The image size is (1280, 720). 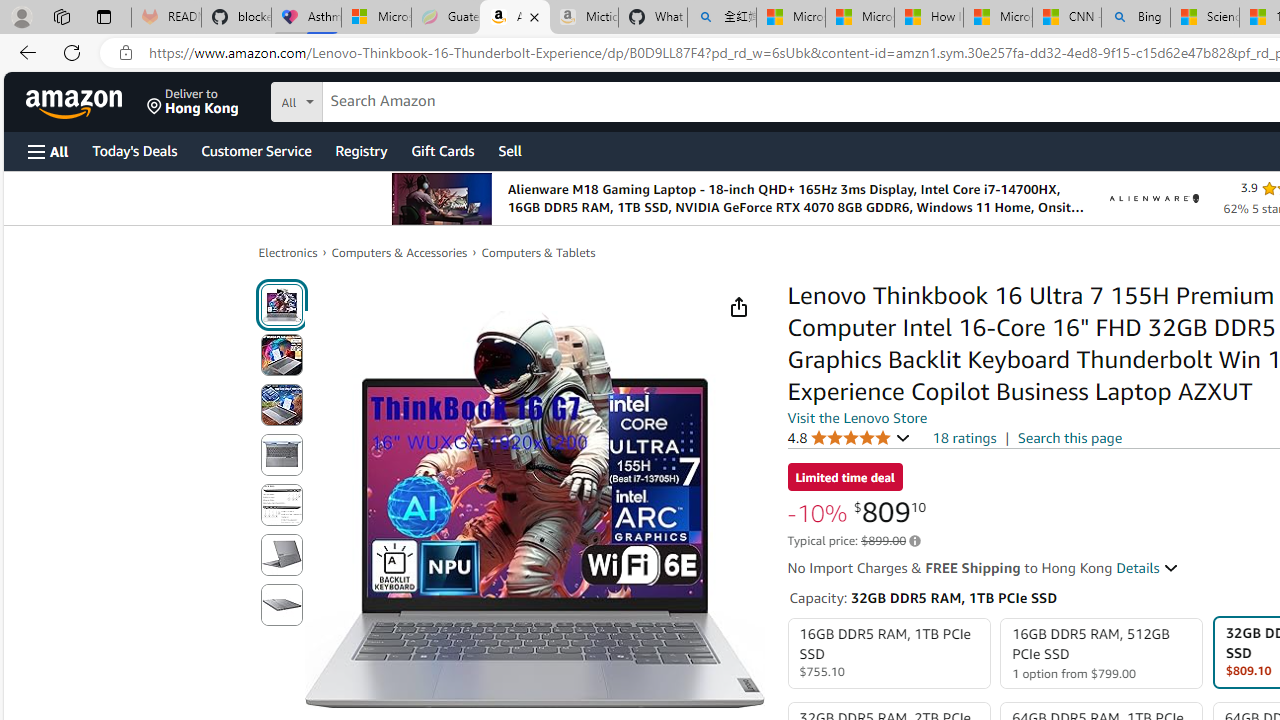 What do you see at coordinates (538, 252) in the screenshot?
I see `'Computers & Tablets'` at bounding box center [538, 252].